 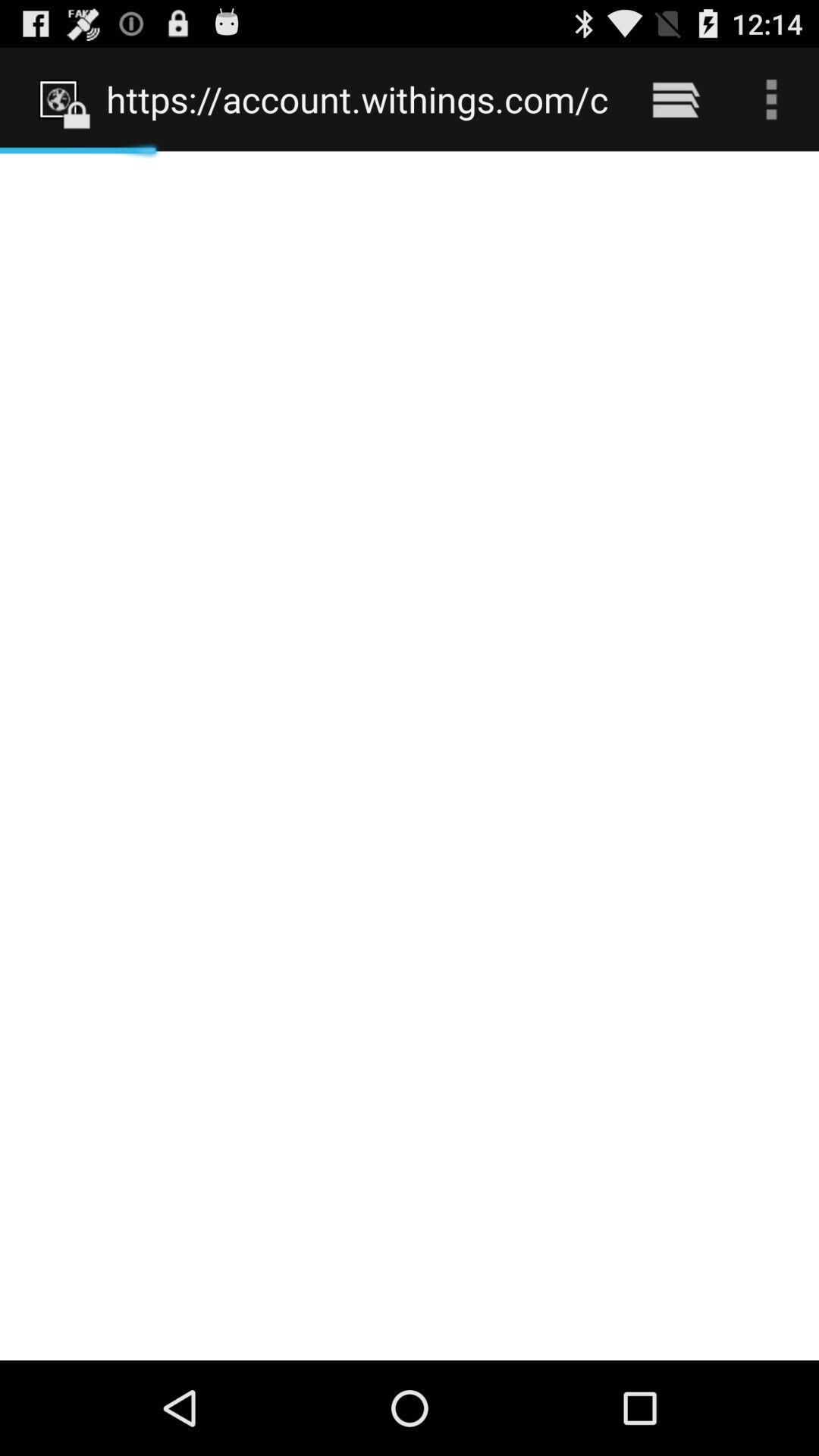 I want to click on icon at the center, so click(x=409, y=755).